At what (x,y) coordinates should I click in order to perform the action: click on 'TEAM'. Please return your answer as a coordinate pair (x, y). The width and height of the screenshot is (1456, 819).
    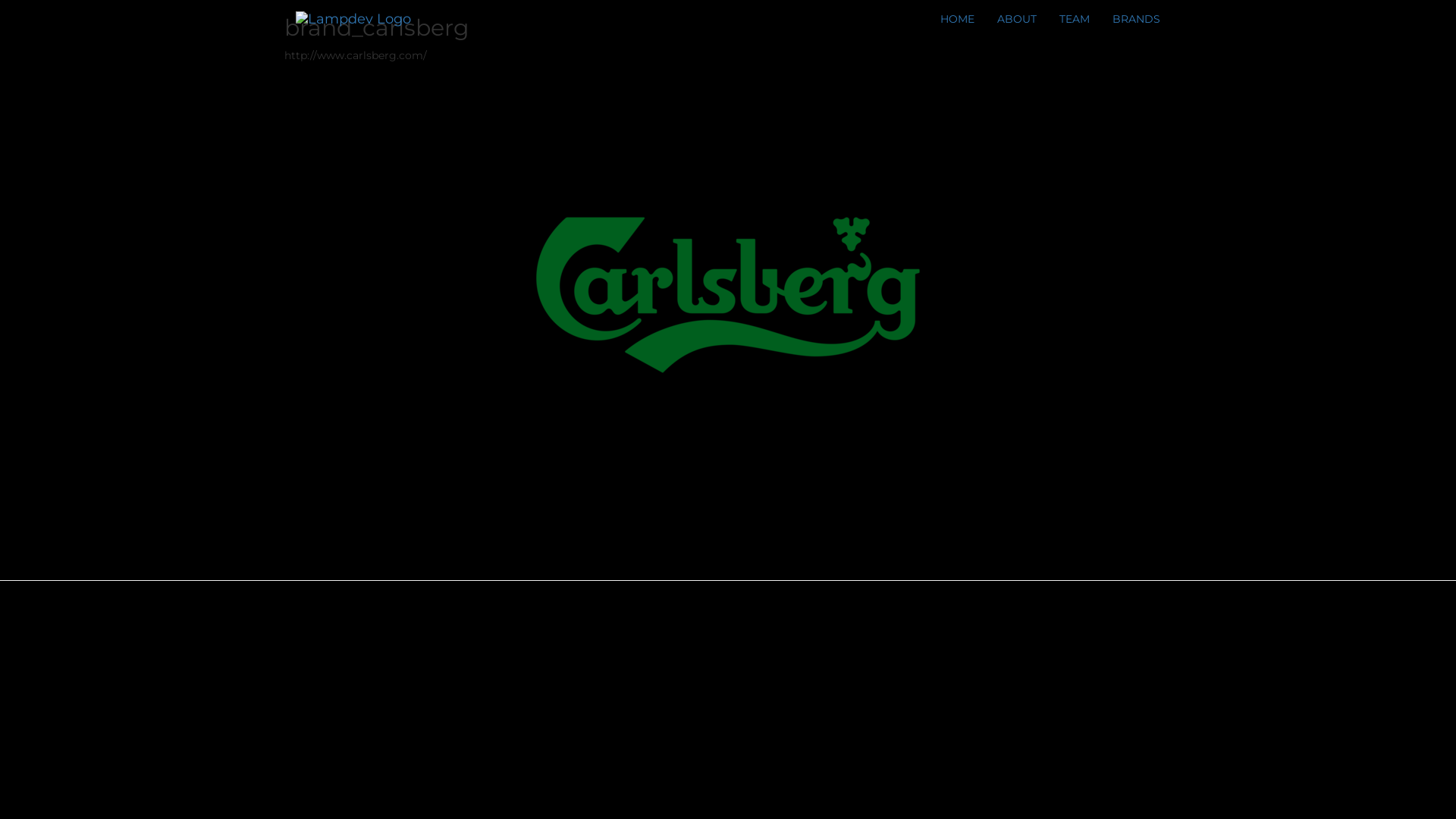
    Looking at the image, I should click on (1073, 18).